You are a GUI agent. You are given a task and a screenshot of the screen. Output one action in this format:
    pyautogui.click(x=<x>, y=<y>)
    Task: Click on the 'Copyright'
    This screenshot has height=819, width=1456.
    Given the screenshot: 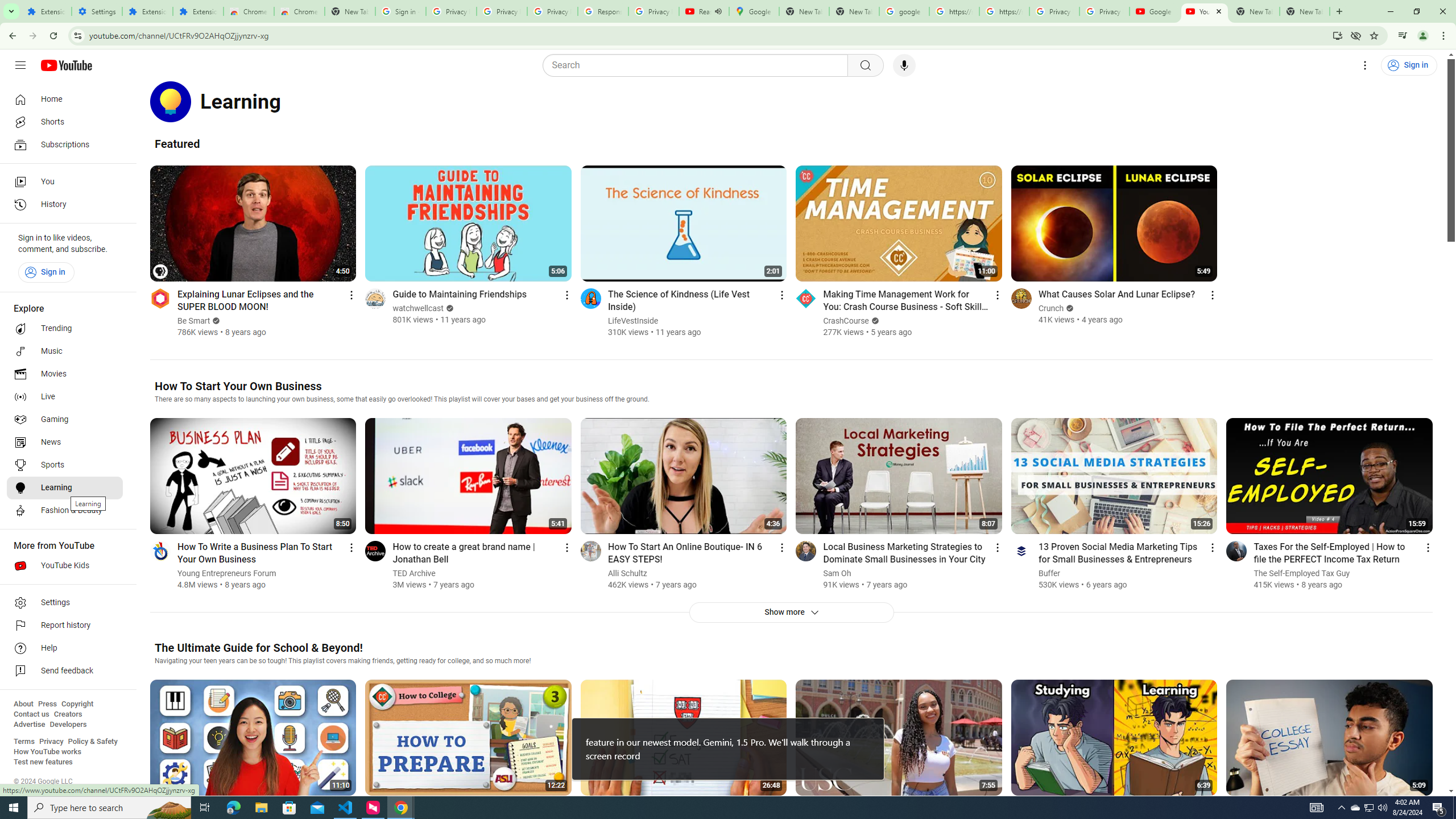 What is the action you would take?
    pyautogui.click(x=76, y=704)
    